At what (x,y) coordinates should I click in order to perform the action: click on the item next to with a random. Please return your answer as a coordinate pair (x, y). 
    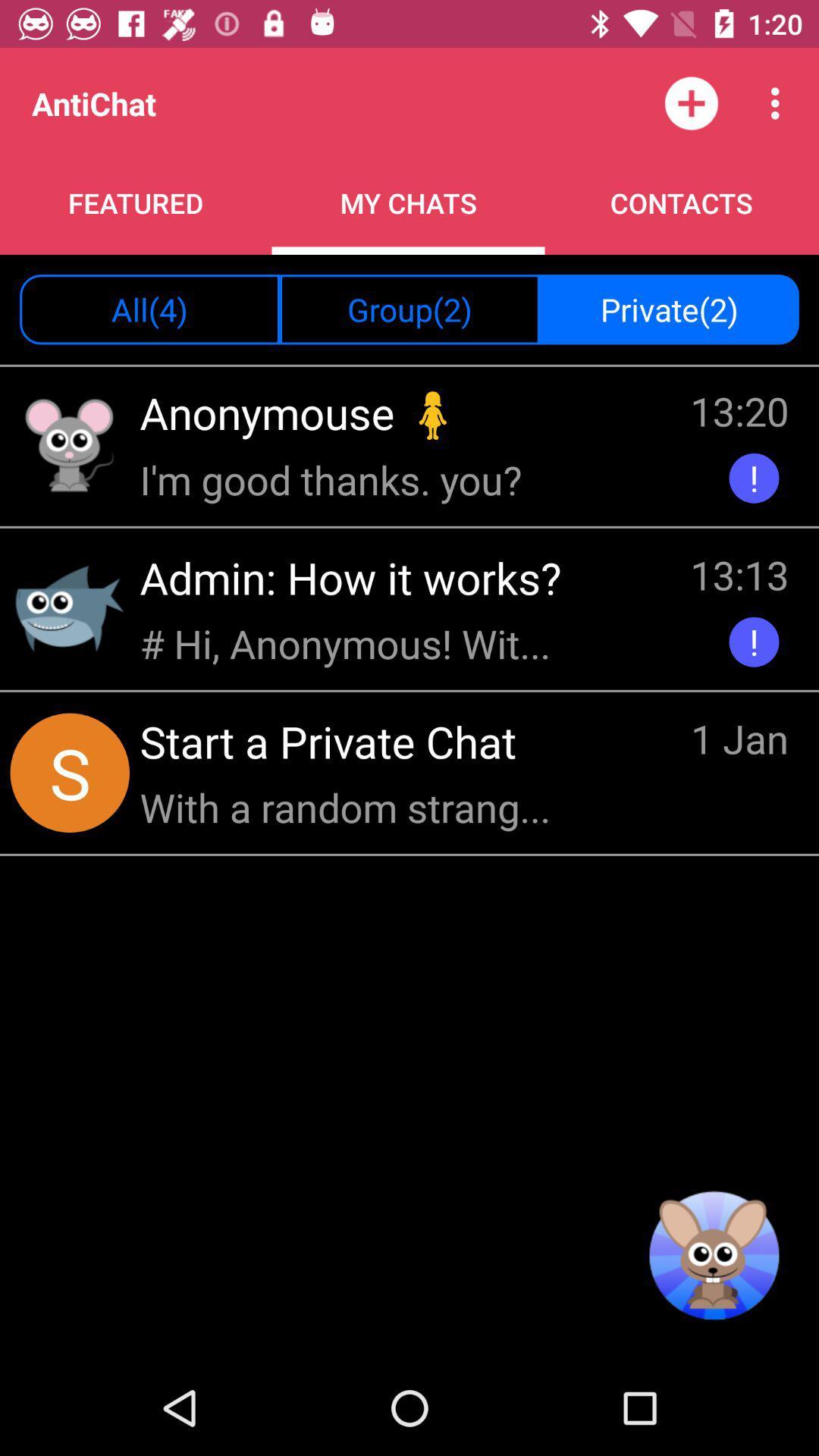
    Looking at the image, I should click on (739, 741).